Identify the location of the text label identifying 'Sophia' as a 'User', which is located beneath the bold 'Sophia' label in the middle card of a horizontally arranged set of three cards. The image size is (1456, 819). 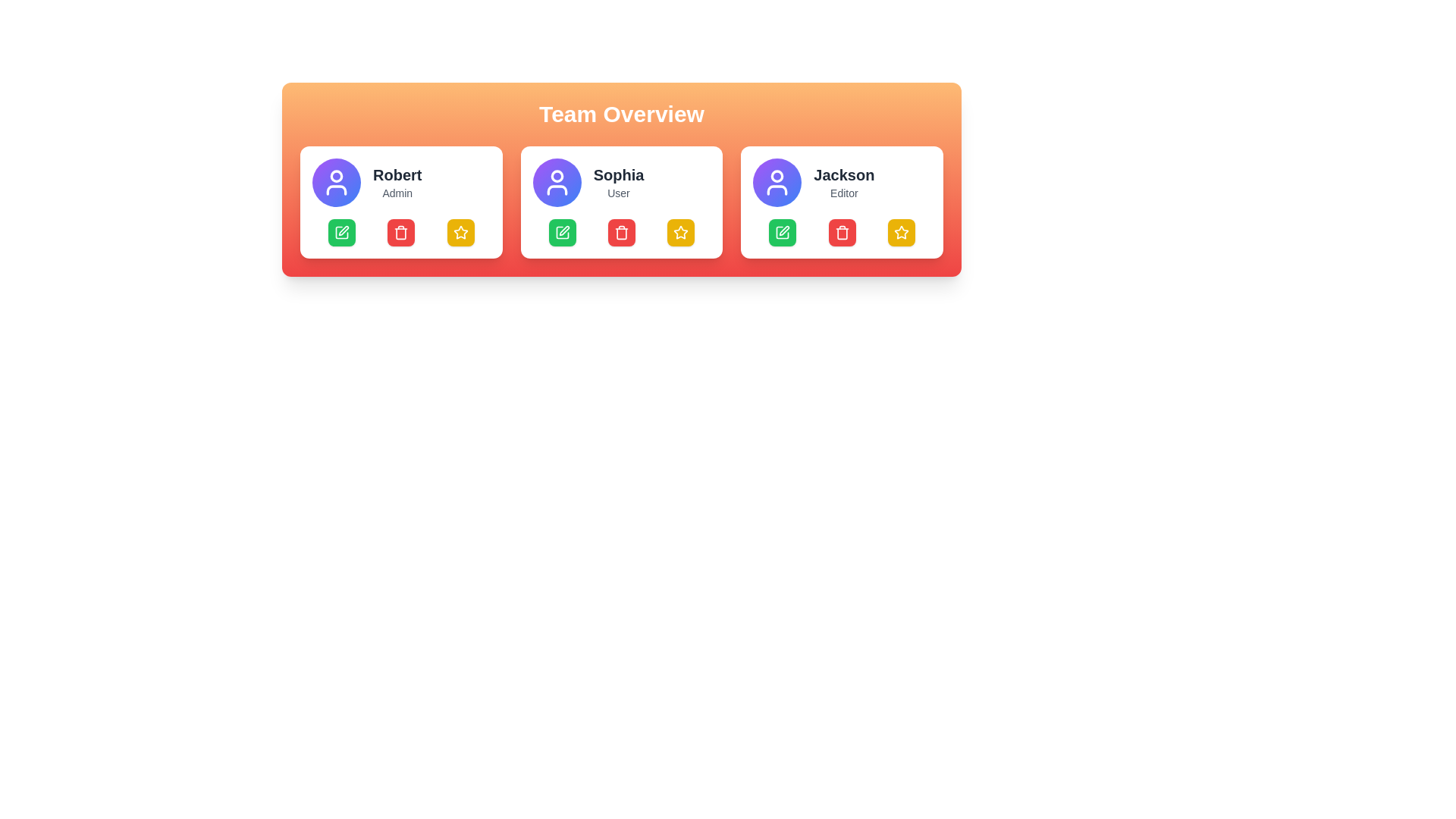
(619, 192).